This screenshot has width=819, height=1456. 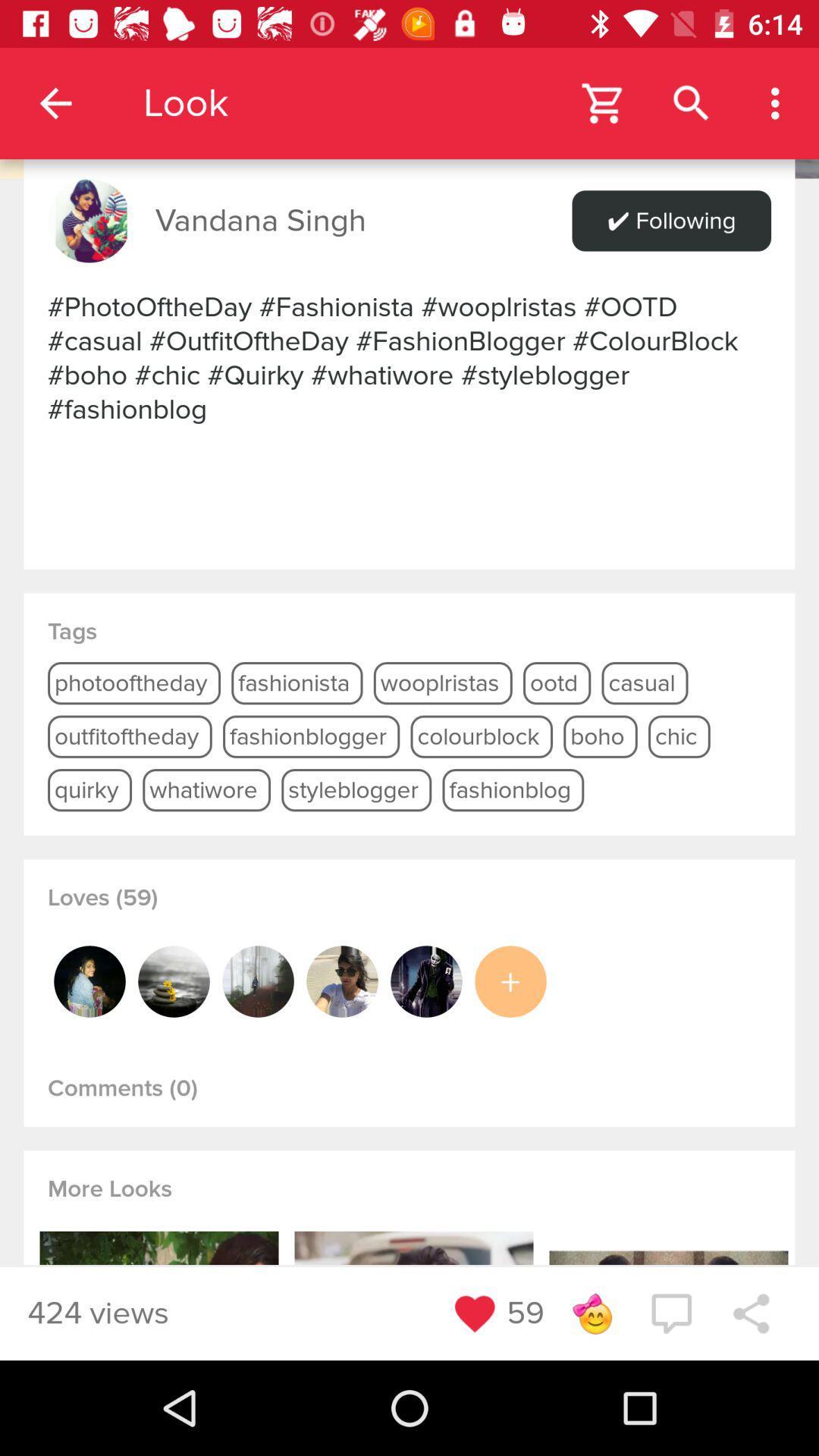 What do you see at coordinates (591, 1313) in the screenshot?
I see `the emoji icon` at bounding box center [591, 1313].